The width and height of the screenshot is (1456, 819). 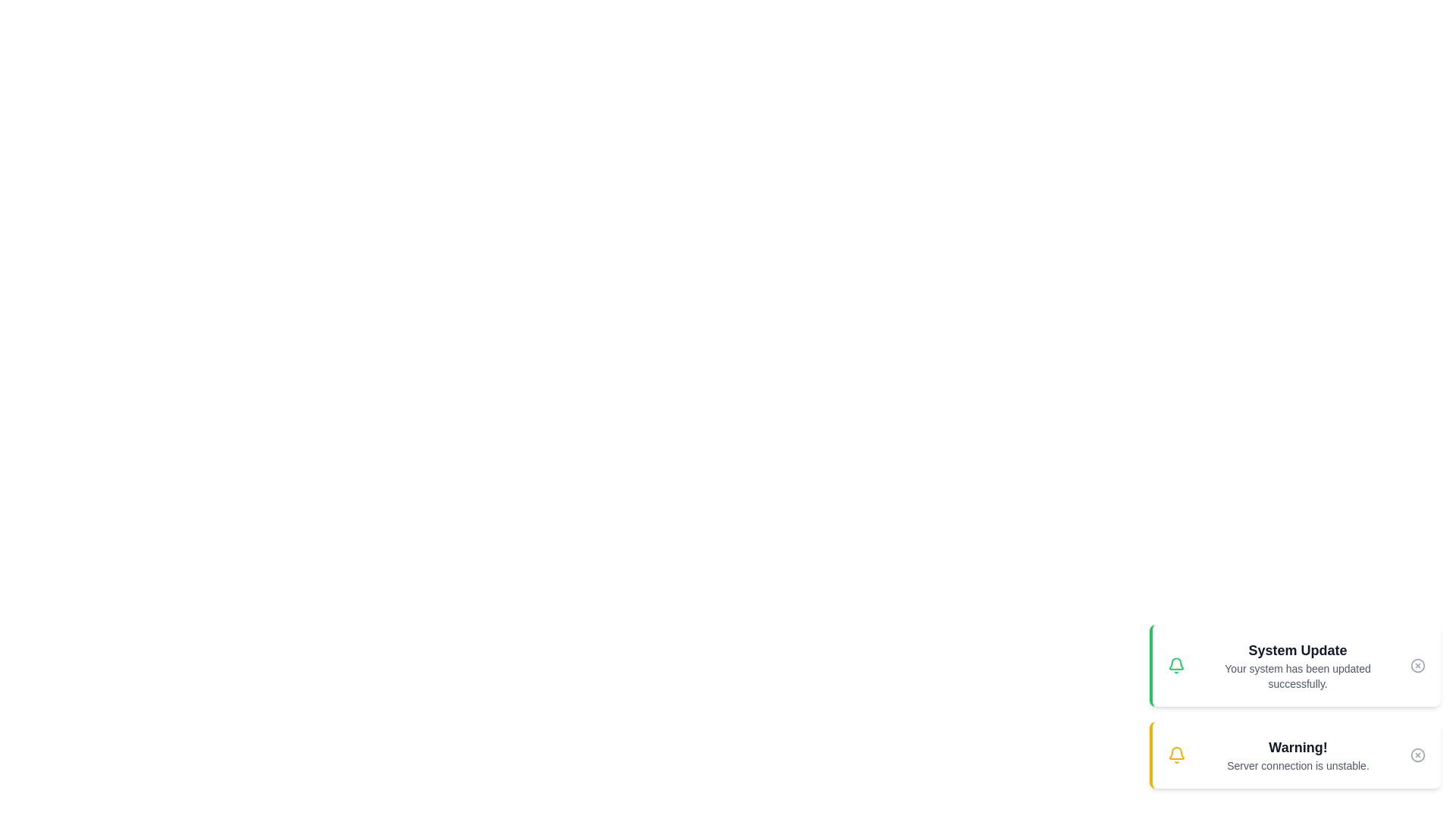 I want to click on the notification icon to reveal the tooltip, so click(x=1175, y=665).